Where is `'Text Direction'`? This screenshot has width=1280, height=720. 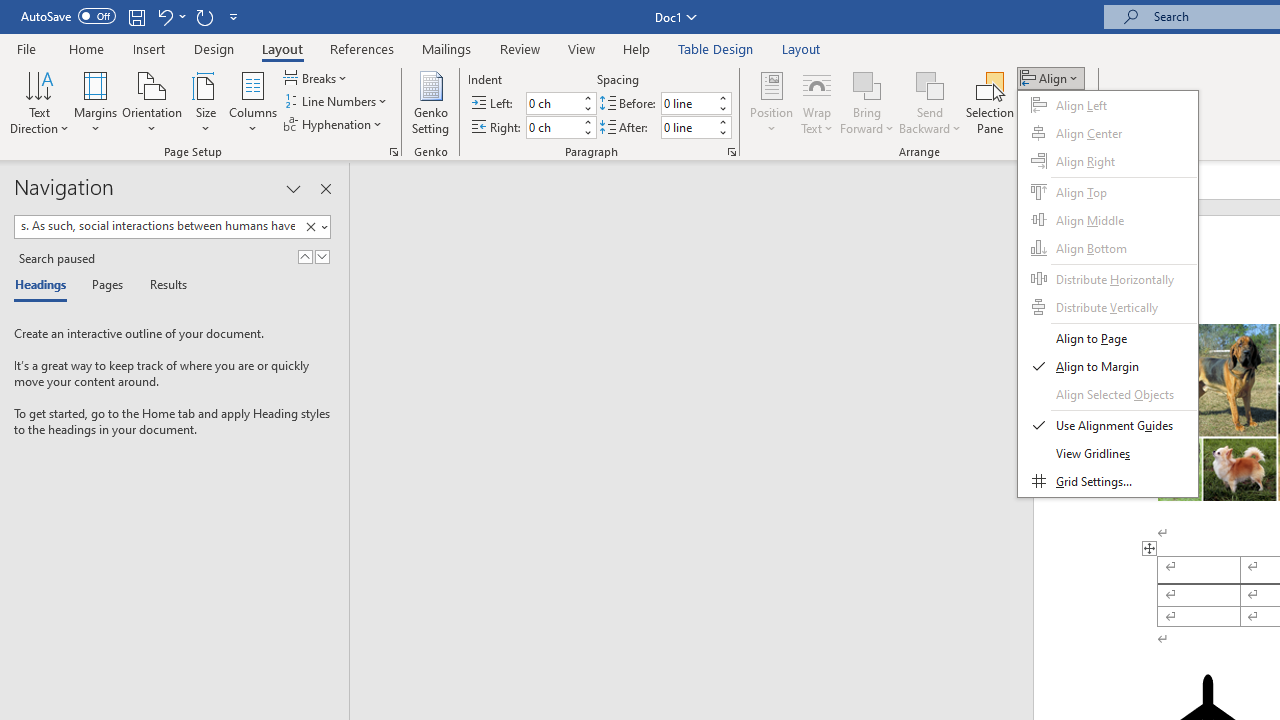 'Text Direction' is located at coordinates (39, 103).